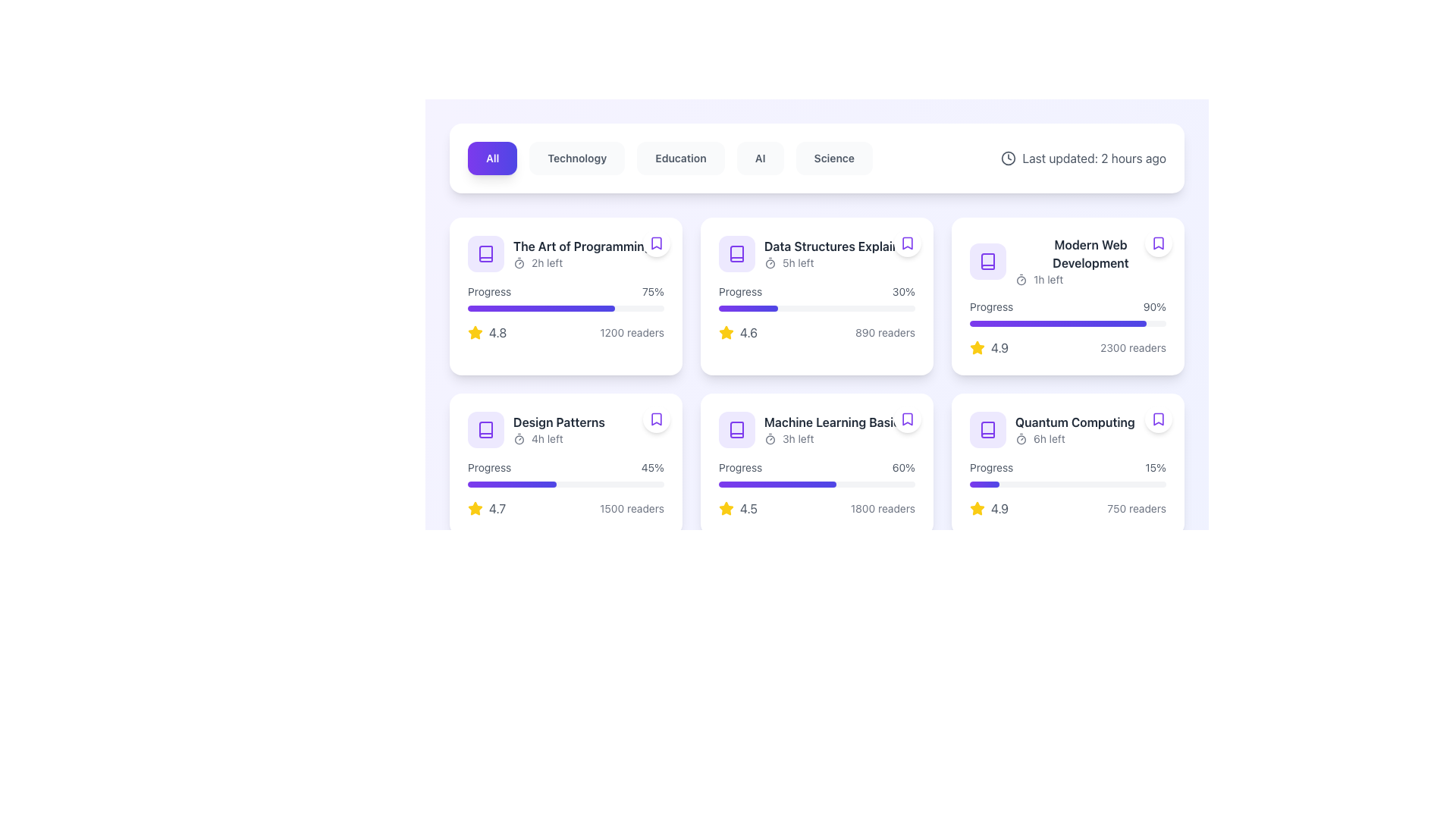  What do you see at coordinates (736, 430) in the screenshot?
I see `the book icon located in the second row, second column of the grid layout for the 'Machine Learning Basics' card to interact with it` at bounding box center [736, 430].